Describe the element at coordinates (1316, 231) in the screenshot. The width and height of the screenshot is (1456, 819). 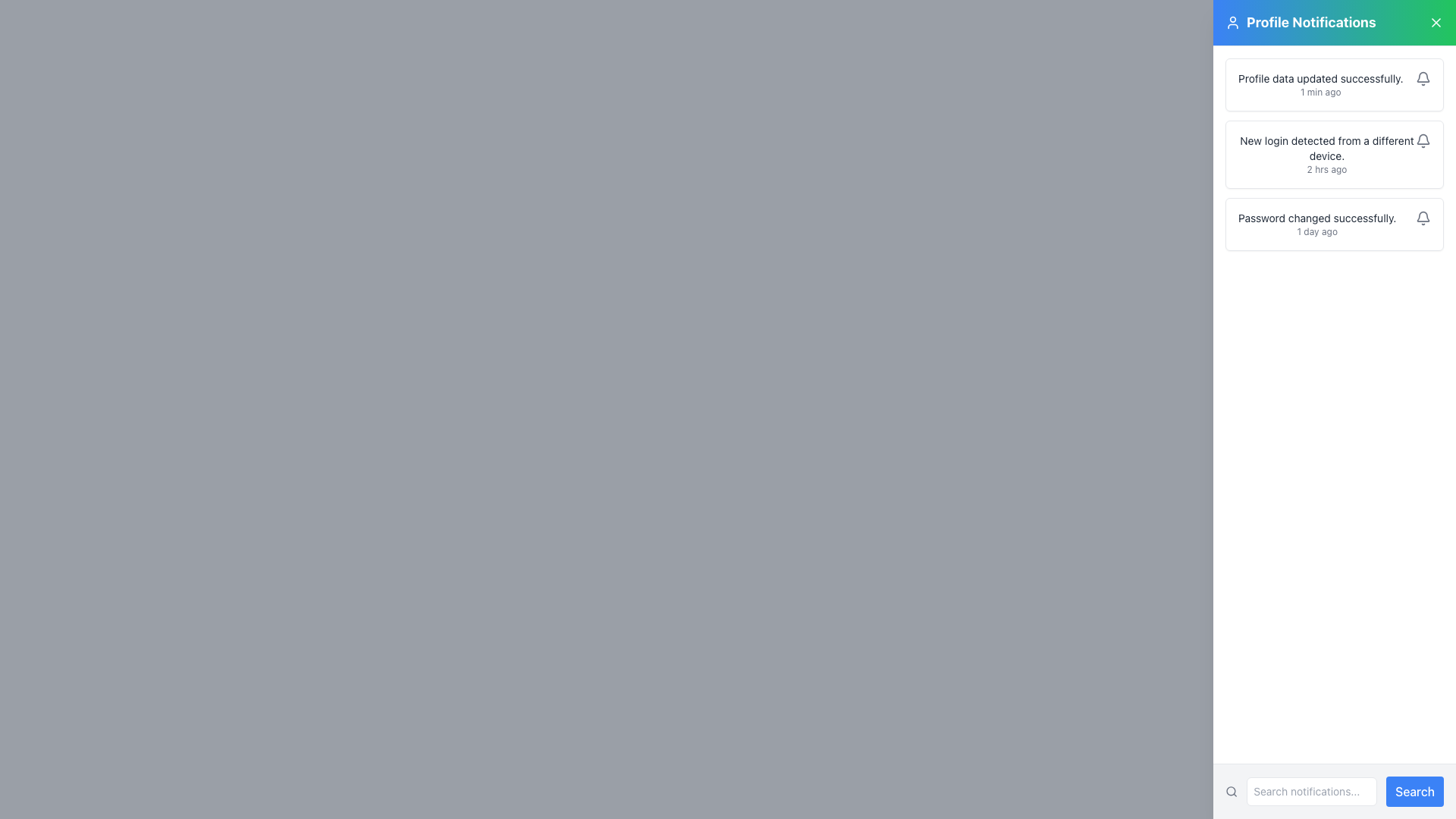
I see `static text label displaying '1 day ago' located below the 'Password changed successfully.' message in the notification card` at that location.